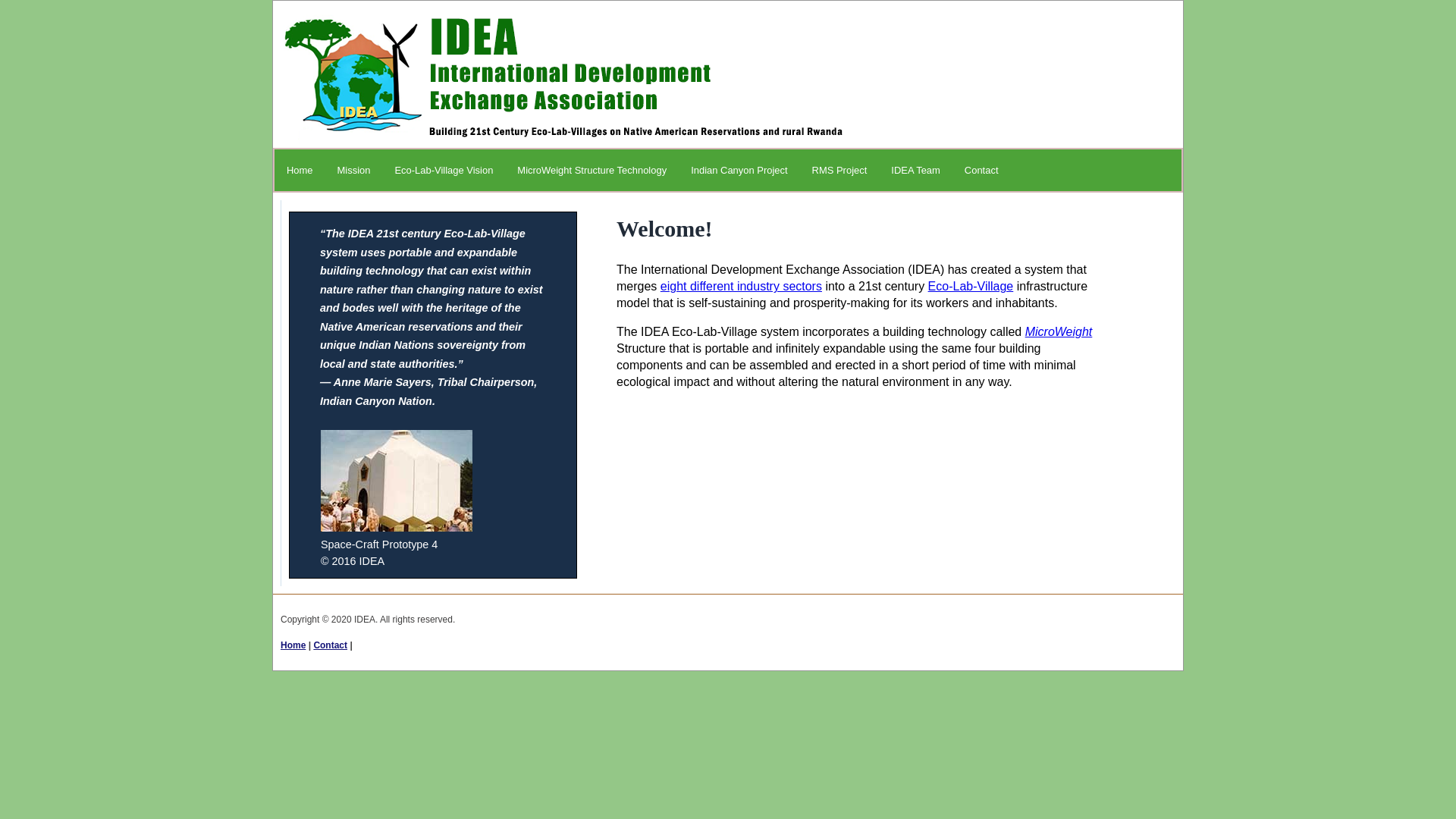 This screenshot has width=1456, height=819. What do you see at coordinates (443, 170) in the screenshot?
I see `'Eco-Lab-Village Vision'` at bounding box center [443, 170].